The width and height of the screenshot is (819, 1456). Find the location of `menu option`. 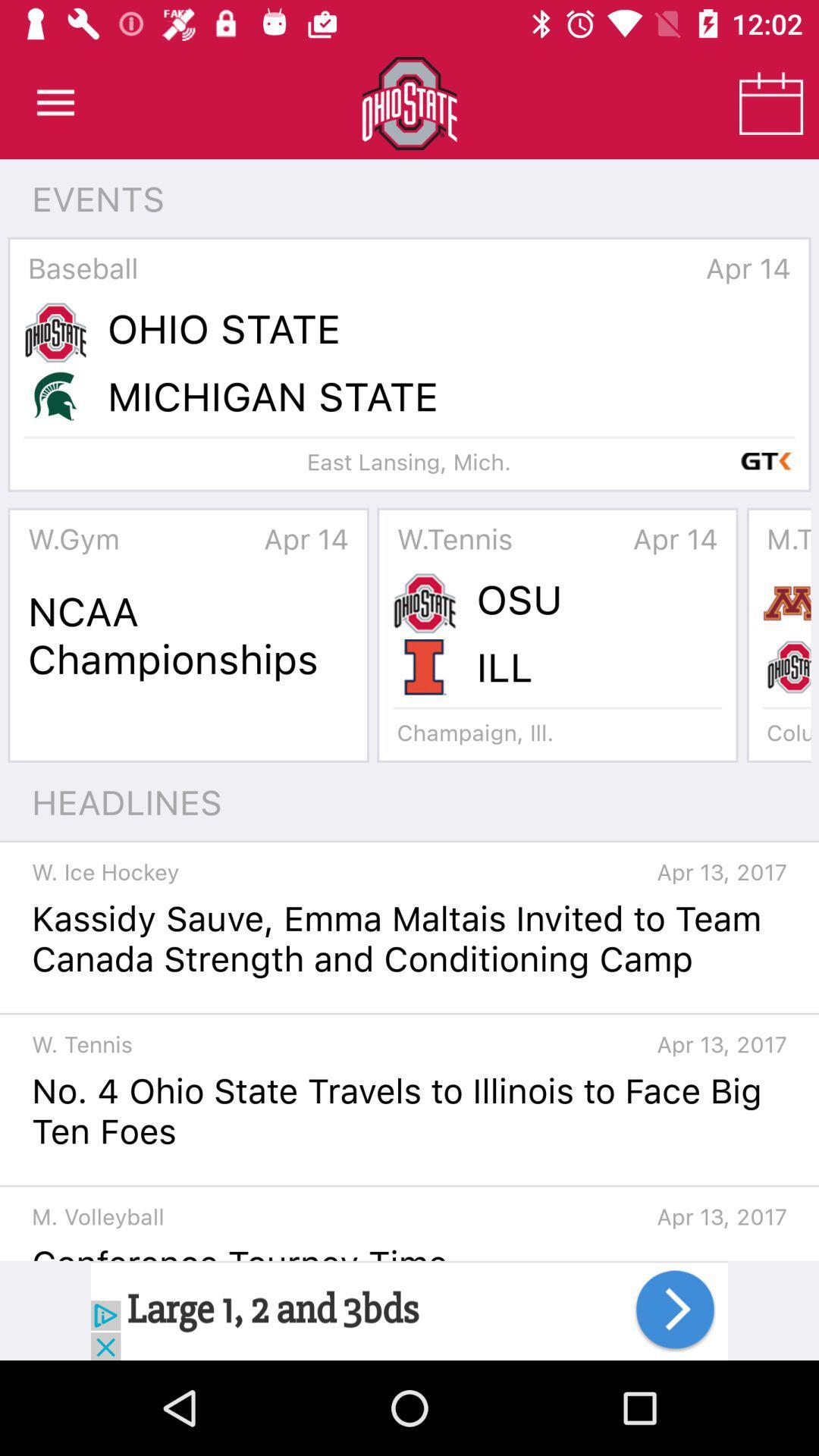

menu option is located at coordinates (55, 102).